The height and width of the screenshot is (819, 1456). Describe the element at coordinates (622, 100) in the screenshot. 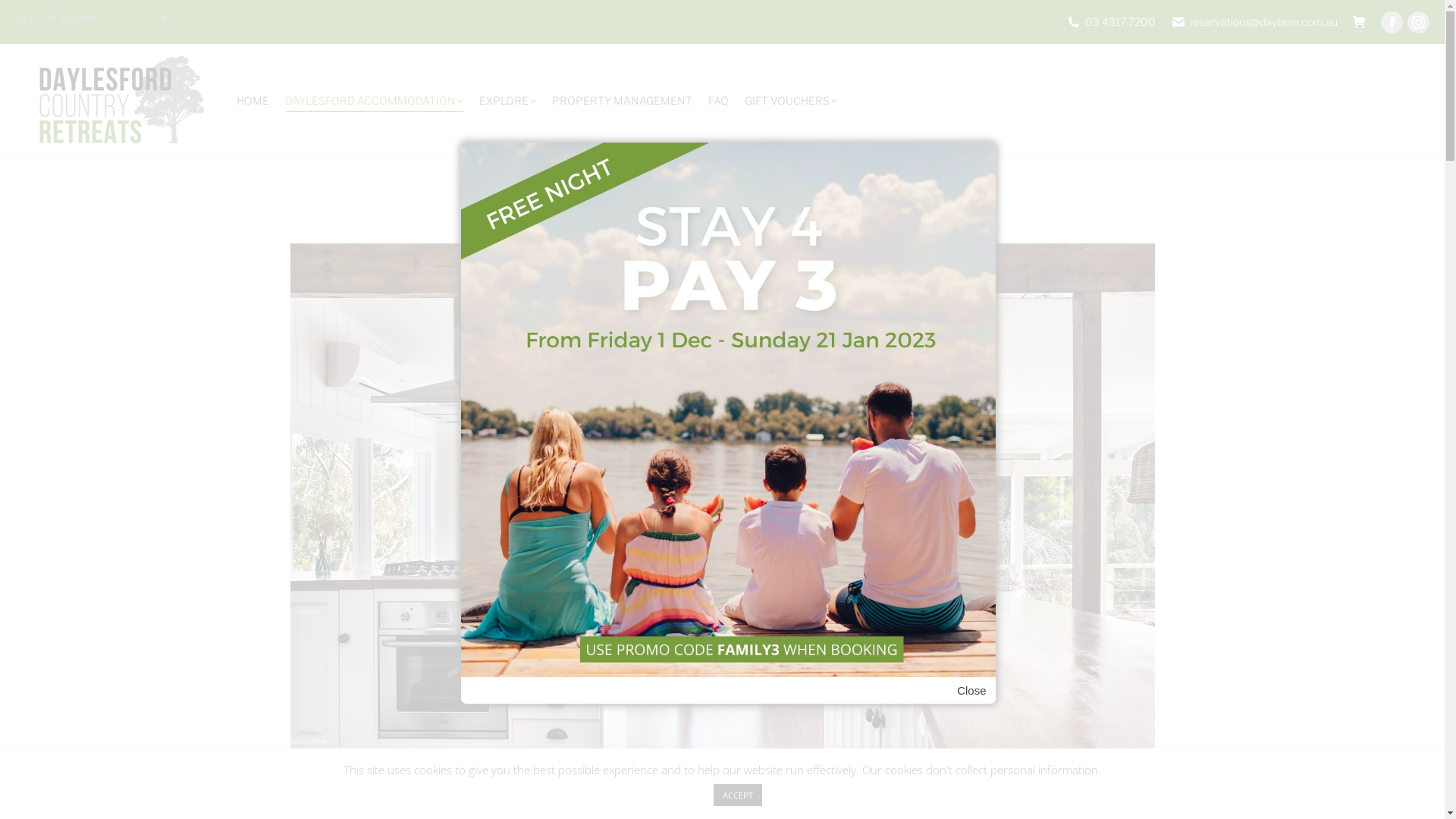

I see `'PROPERTY MANAGEMENT'` at that location.